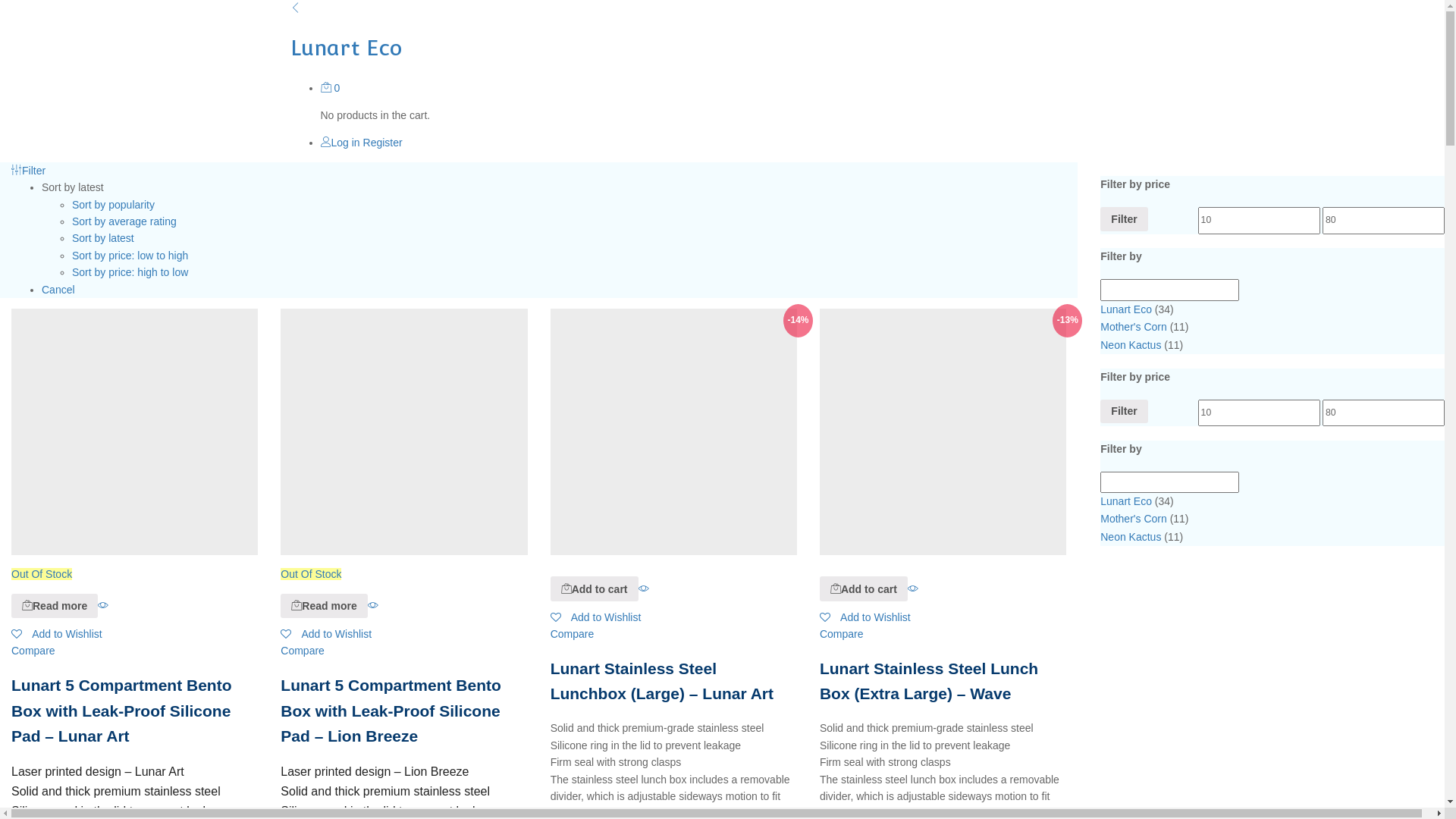 This screenshot has width=1456, height=819. I want to click on 'Add to Wishlist', so click(595, 617).